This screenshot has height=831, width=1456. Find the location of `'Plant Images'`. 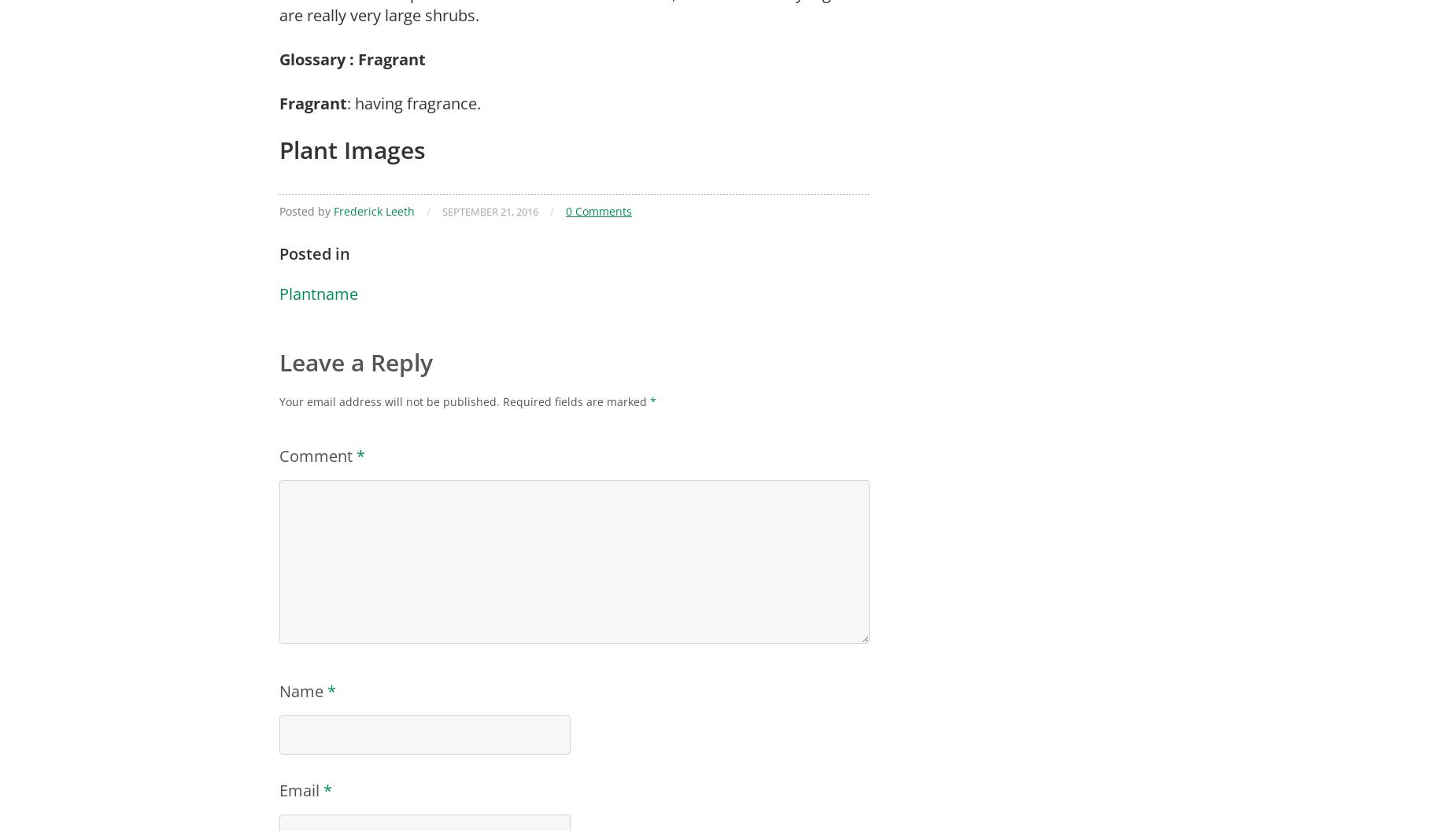

'Plant Images' is located at coordinates (352, 149).